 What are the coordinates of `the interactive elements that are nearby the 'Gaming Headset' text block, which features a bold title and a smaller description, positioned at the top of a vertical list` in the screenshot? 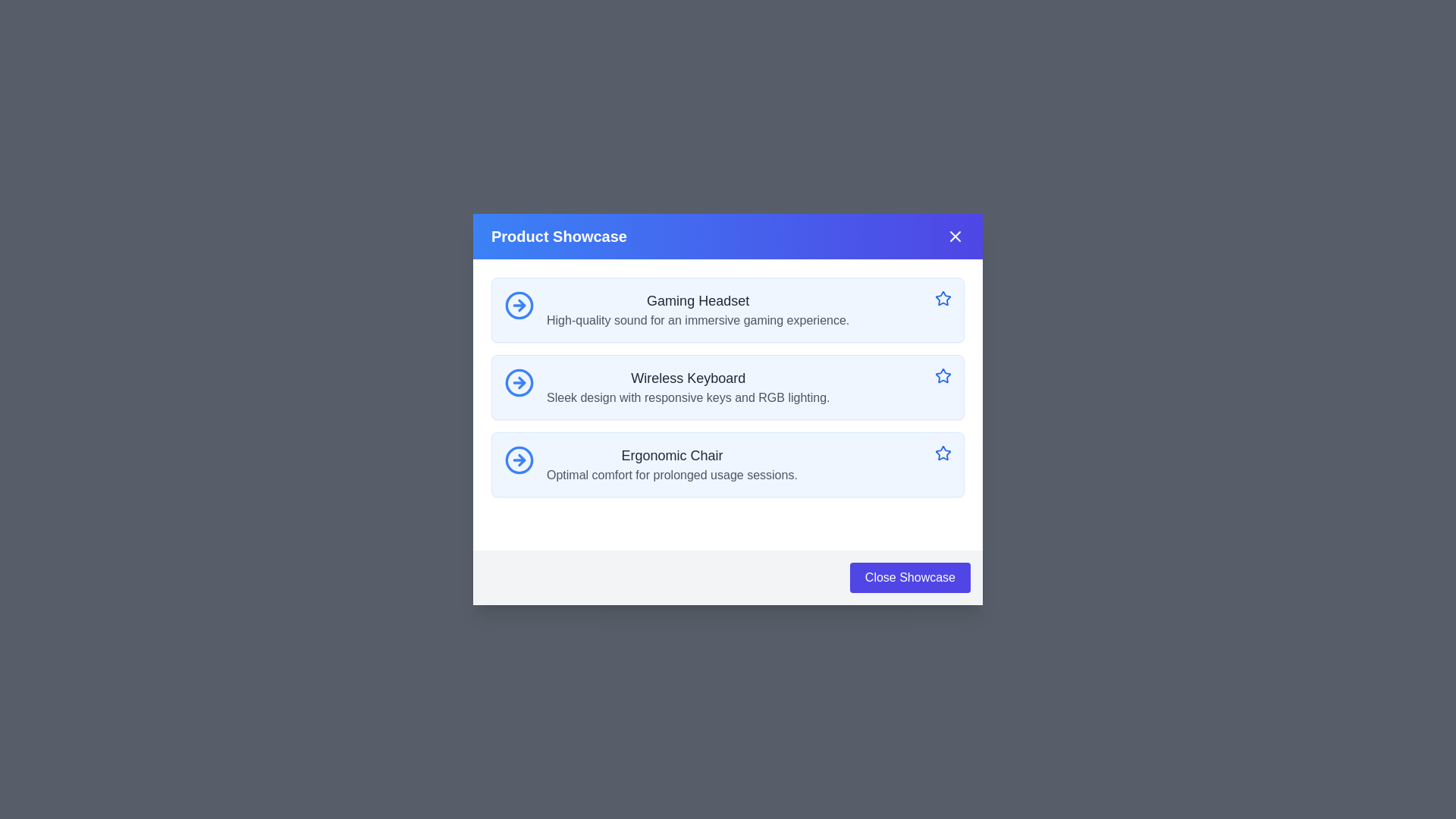 It's located at (697, 309).